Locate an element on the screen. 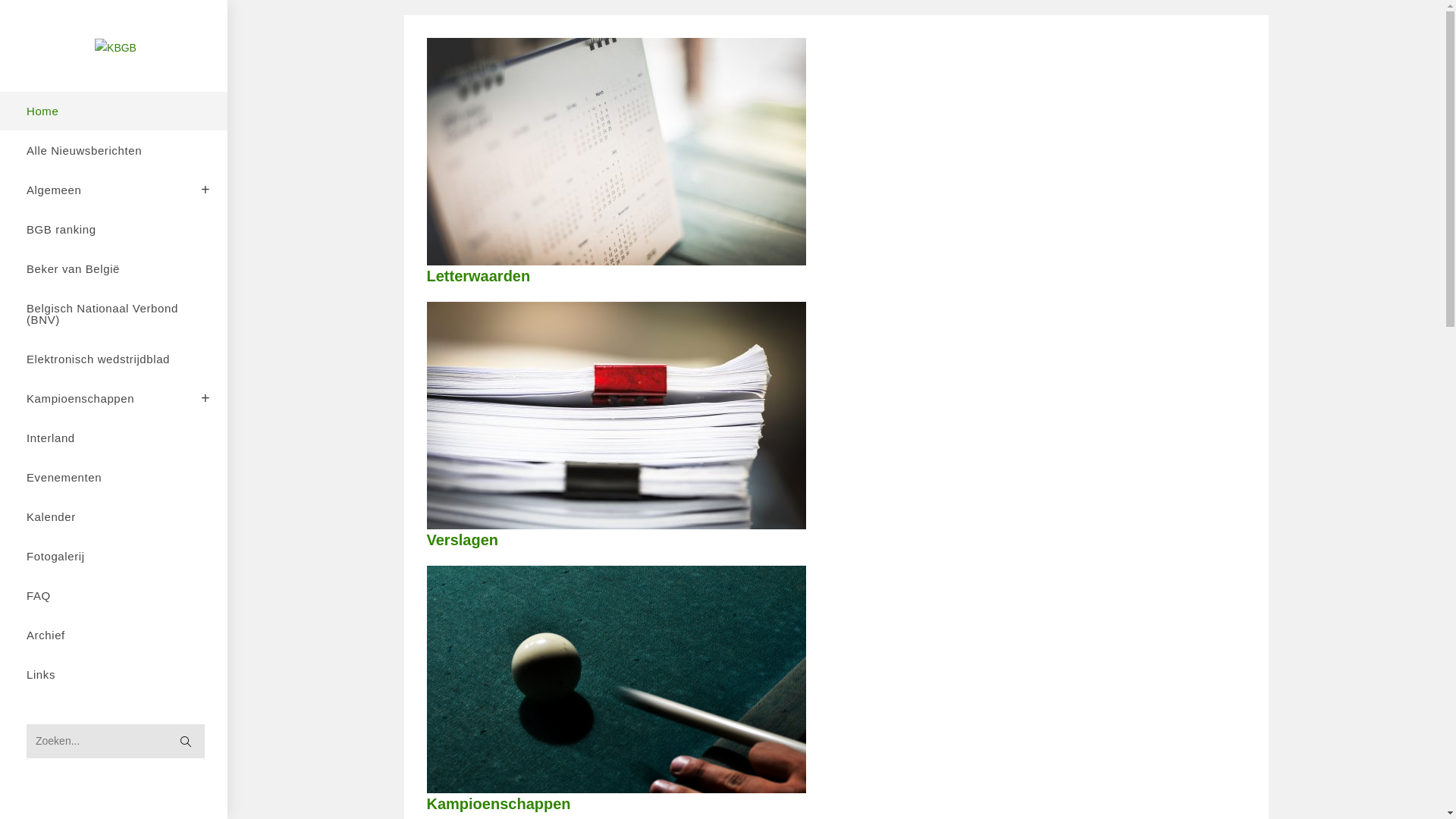 Image resolution: width=1456 pixels, height=819 pixels. 'Home' is located at coordinates (112, 110).